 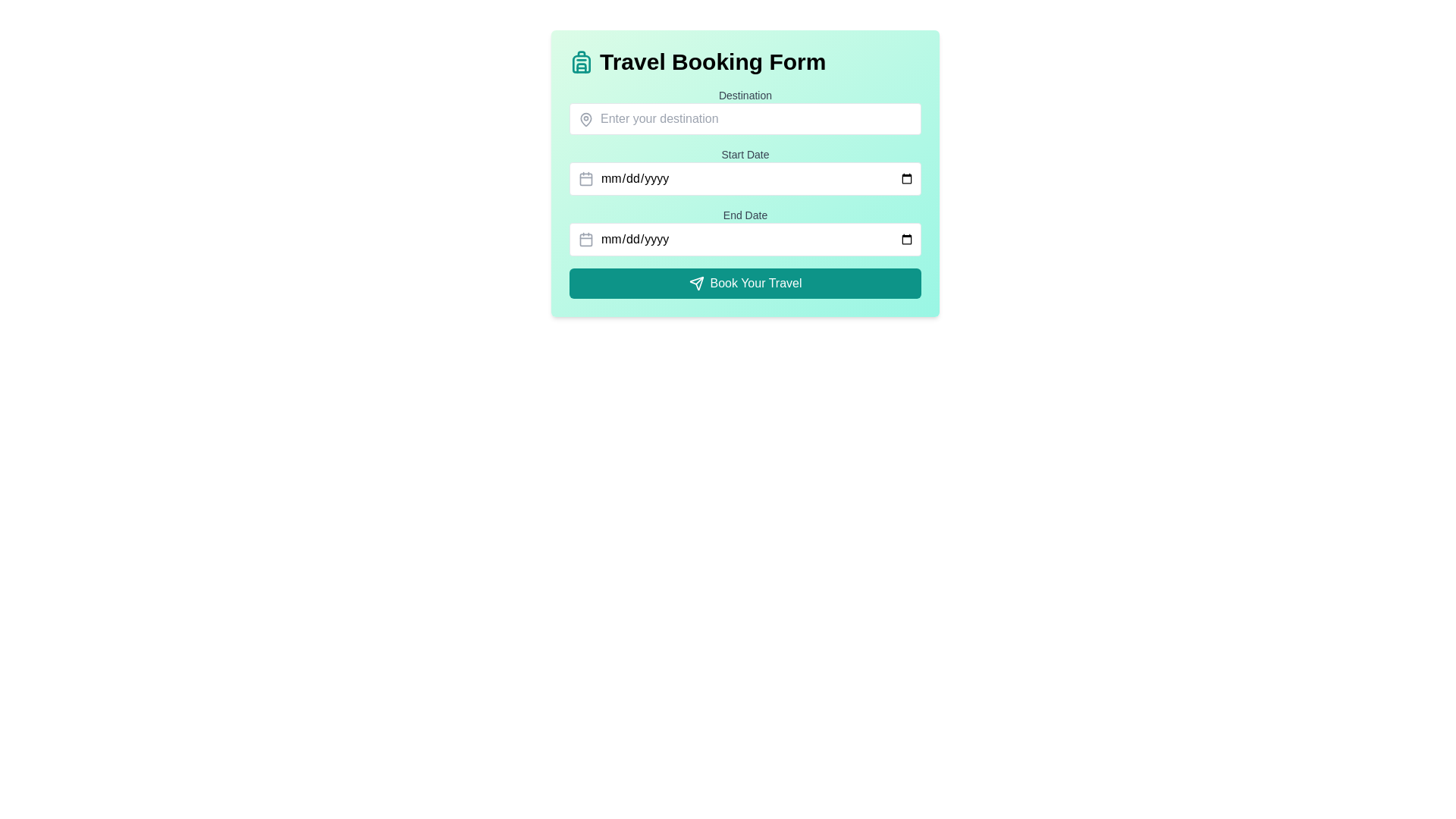 I want to click on the travel-related icon positioned to the left of the 'Travel Booking Form' text in the header row, so click(x=581, y=61).